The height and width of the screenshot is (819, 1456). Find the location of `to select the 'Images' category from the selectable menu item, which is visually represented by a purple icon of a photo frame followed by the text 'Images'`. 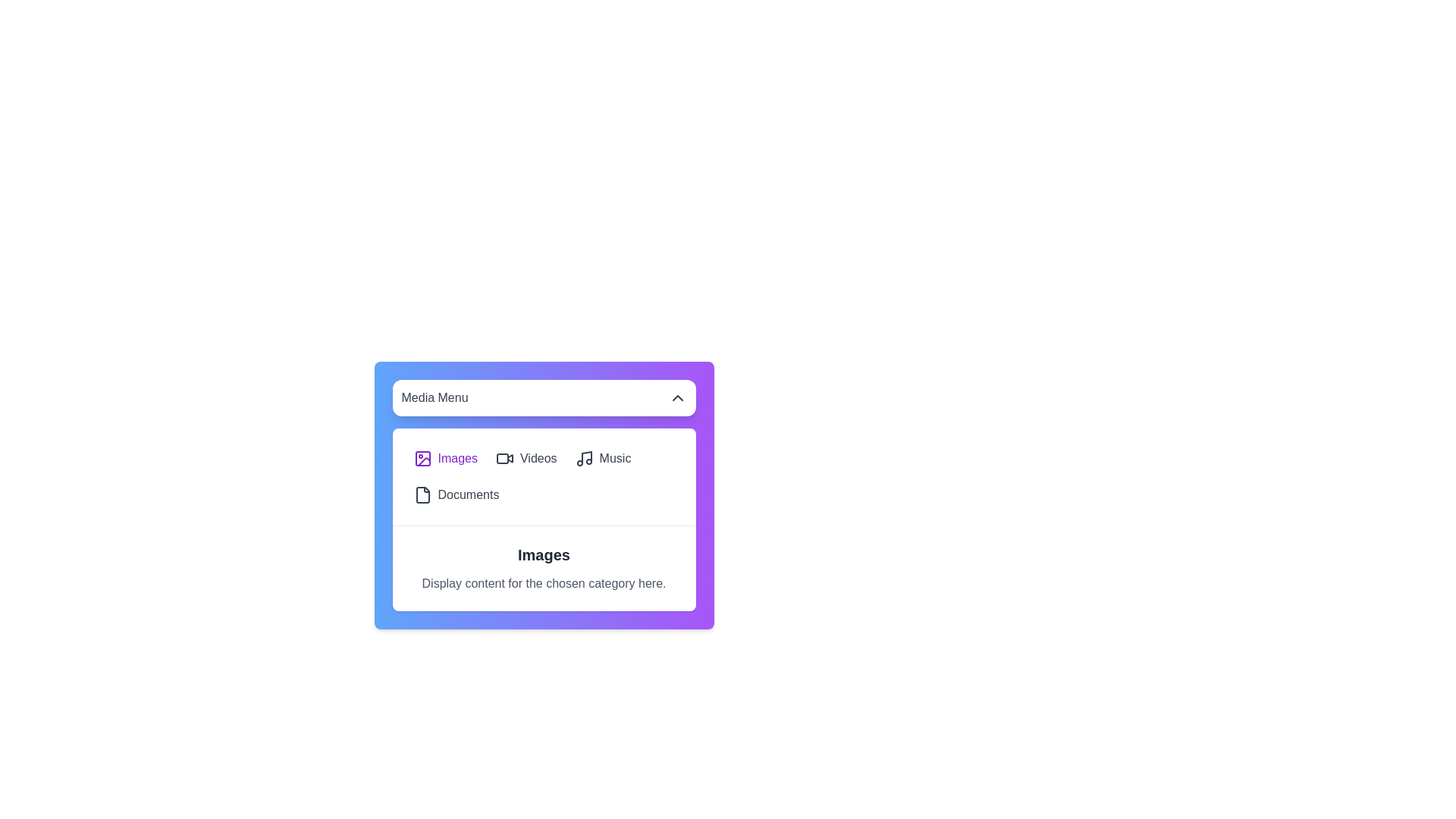

to select the 'Images' category from the selectable menu item, which is visually represented by a purple icon of a photo frame followed by the text 'Images' is located at coordinates (444, 458).